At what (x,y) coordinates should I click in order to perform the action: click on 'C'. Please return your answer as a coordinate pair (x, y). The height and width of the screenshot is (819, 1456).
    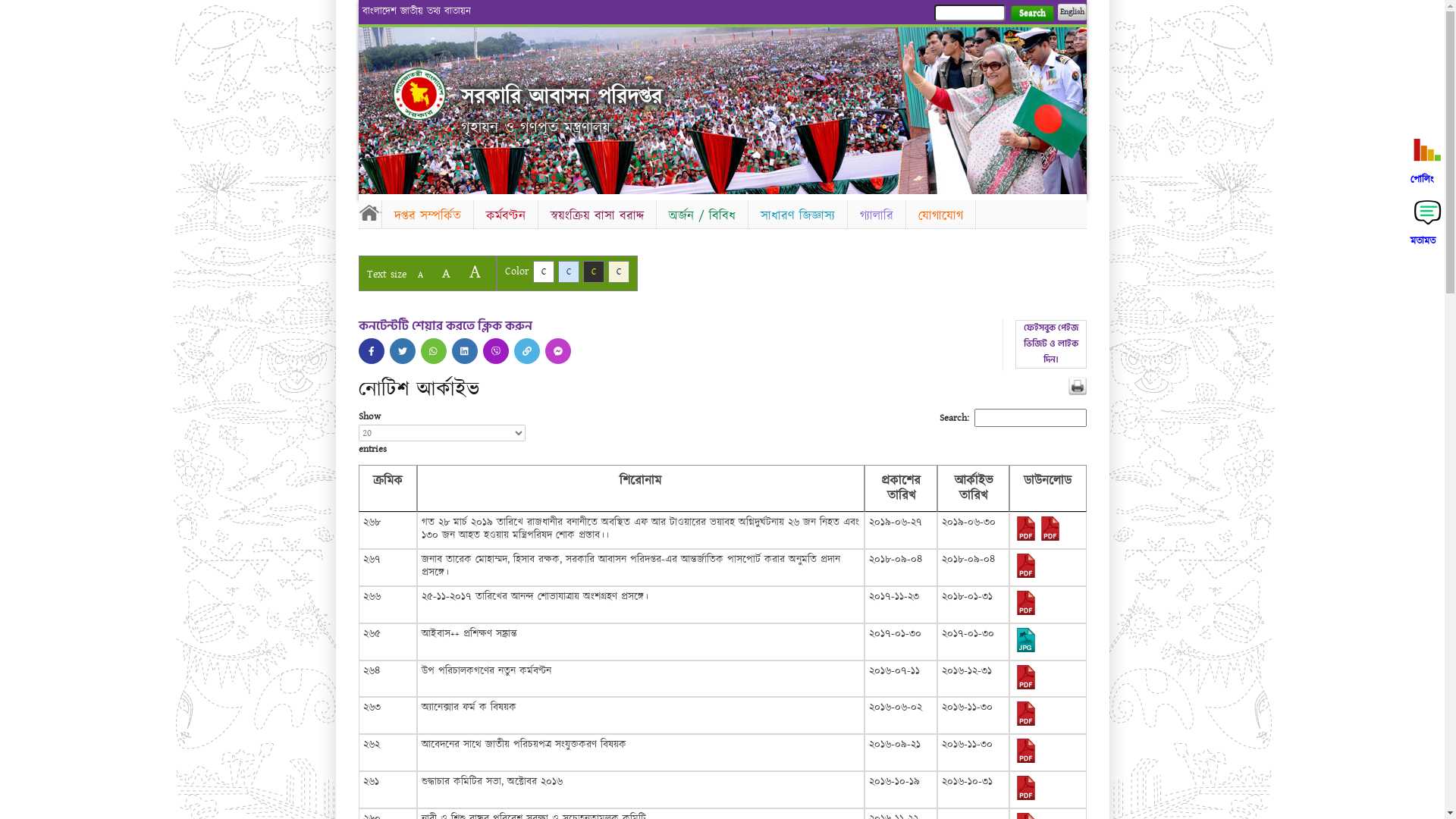
    Looking at the image, I should click on (567, 271).